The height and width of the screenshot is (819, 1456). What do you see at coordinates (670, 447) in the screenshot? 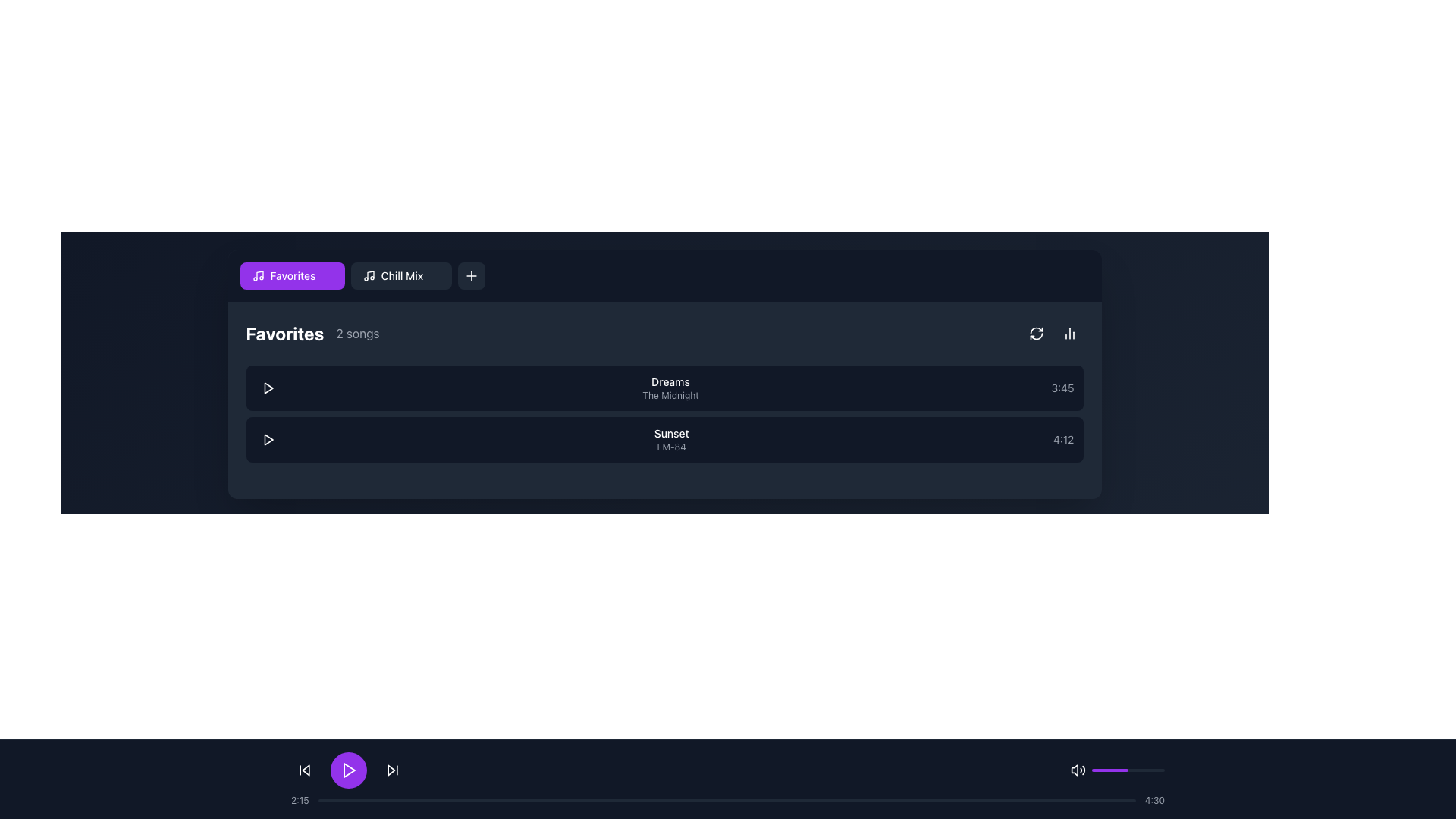
I see `the text label displaying 'FM-84', which is a small light gray text positioned directly beneath the larger 'Sunset' label in a vertical list` at bounding box center [670, 447].